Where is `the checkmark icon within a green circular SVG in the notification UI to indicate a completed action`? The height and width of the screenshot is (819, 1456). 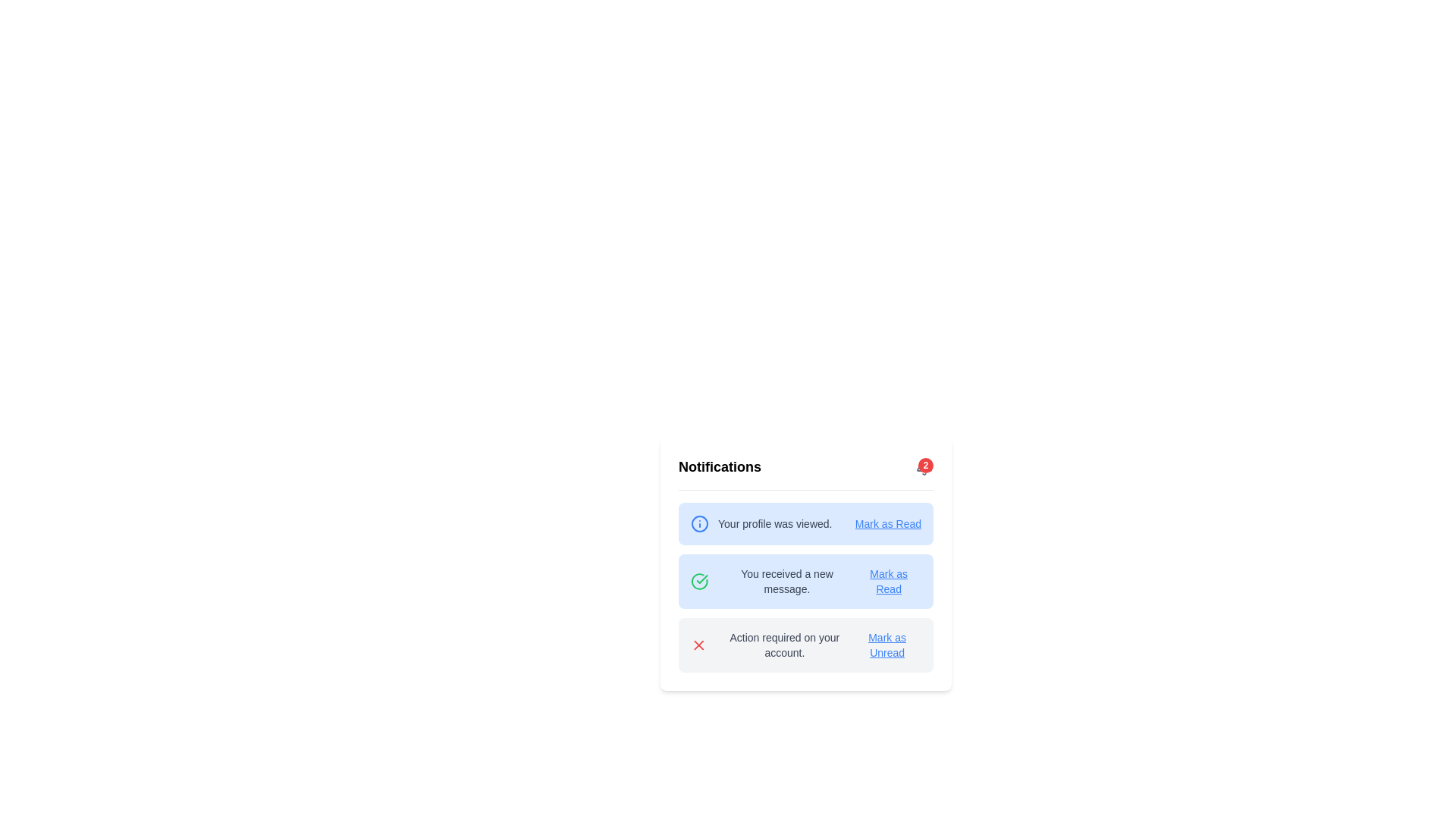 the checkmark icon within a green circular SVG in the notification UI to indicate a completed action is located at coordinates (701, 579).